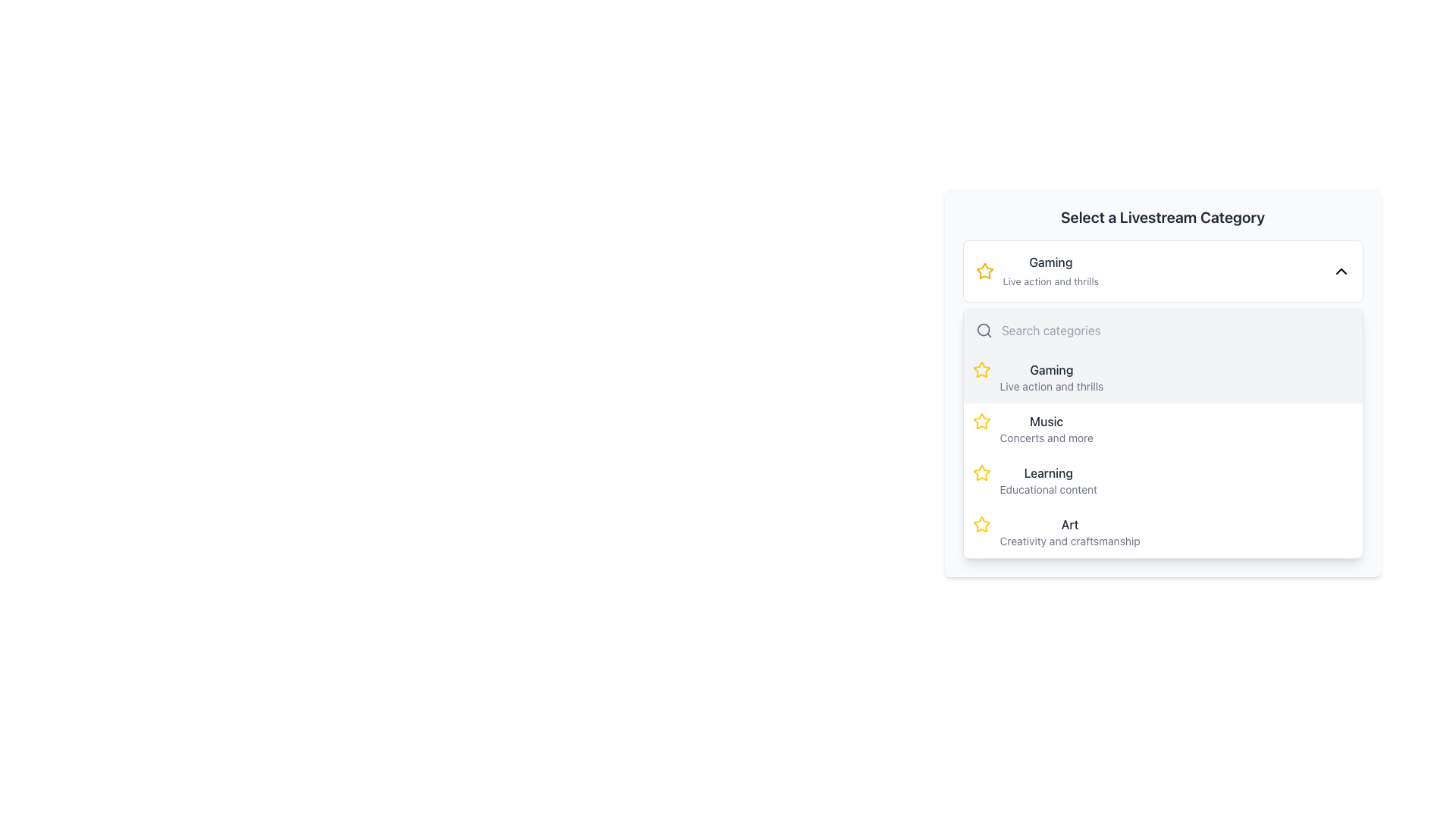 The height and width of the screenshot is (819, 1456). Describe the element at coordinates (1047, 480) in the screenshot. I see `the 'Learning' category option in the dropdown list` at that location.